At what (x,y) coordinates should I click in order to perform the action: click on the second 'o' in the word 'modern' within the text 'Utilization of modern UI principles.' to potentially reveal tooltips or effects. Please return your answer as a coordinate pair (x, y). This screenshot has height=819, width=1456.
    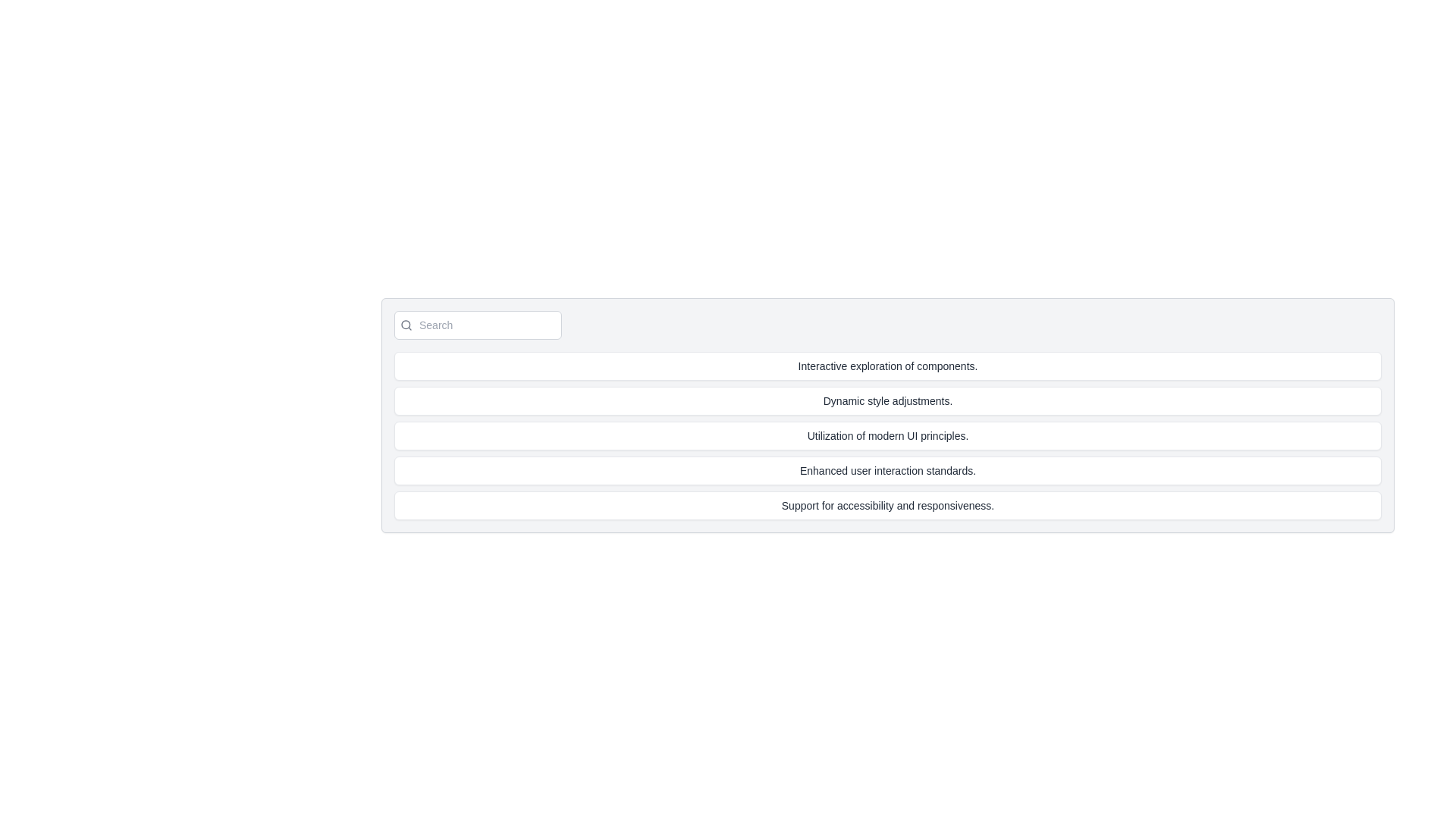
    Looking at the image, I should click on (859, 435).